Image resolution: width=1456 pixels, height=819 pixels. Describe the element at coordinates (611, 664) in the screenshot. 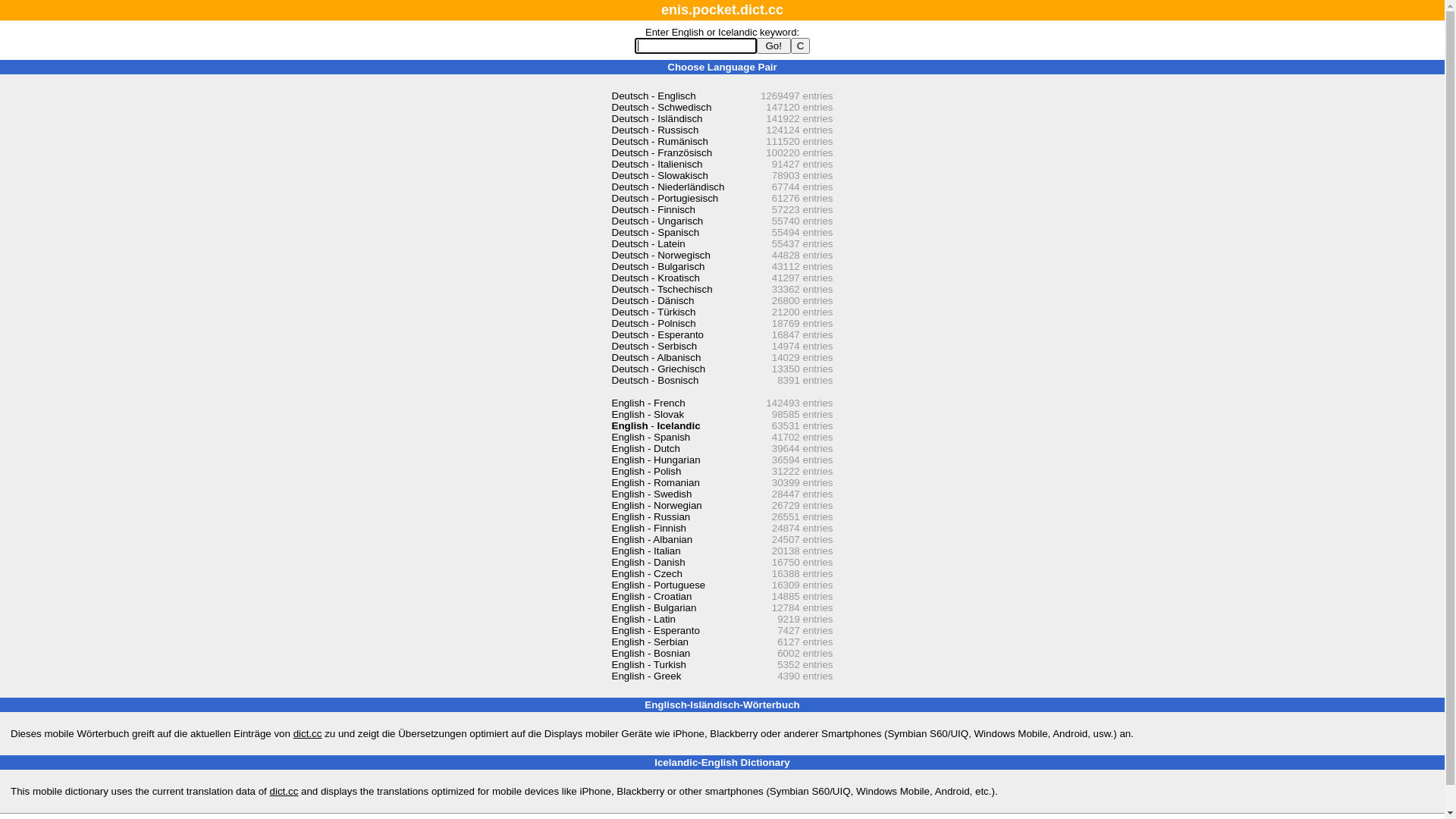

I see `'English - Turkish'` at that location.